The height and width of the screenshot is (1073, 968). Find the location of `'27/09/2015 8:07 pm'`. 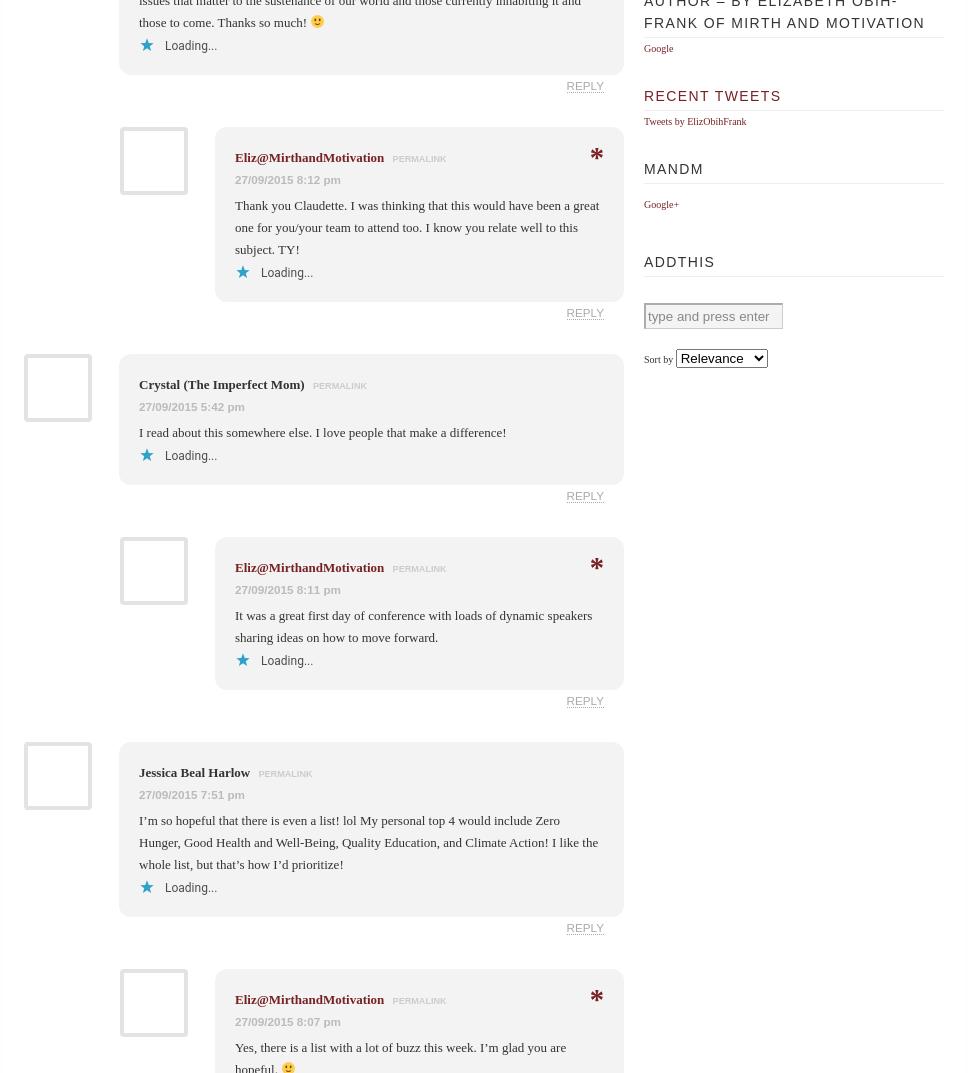

'27/09/2015 8:07 pm' is located at coordinates (286, 1020).